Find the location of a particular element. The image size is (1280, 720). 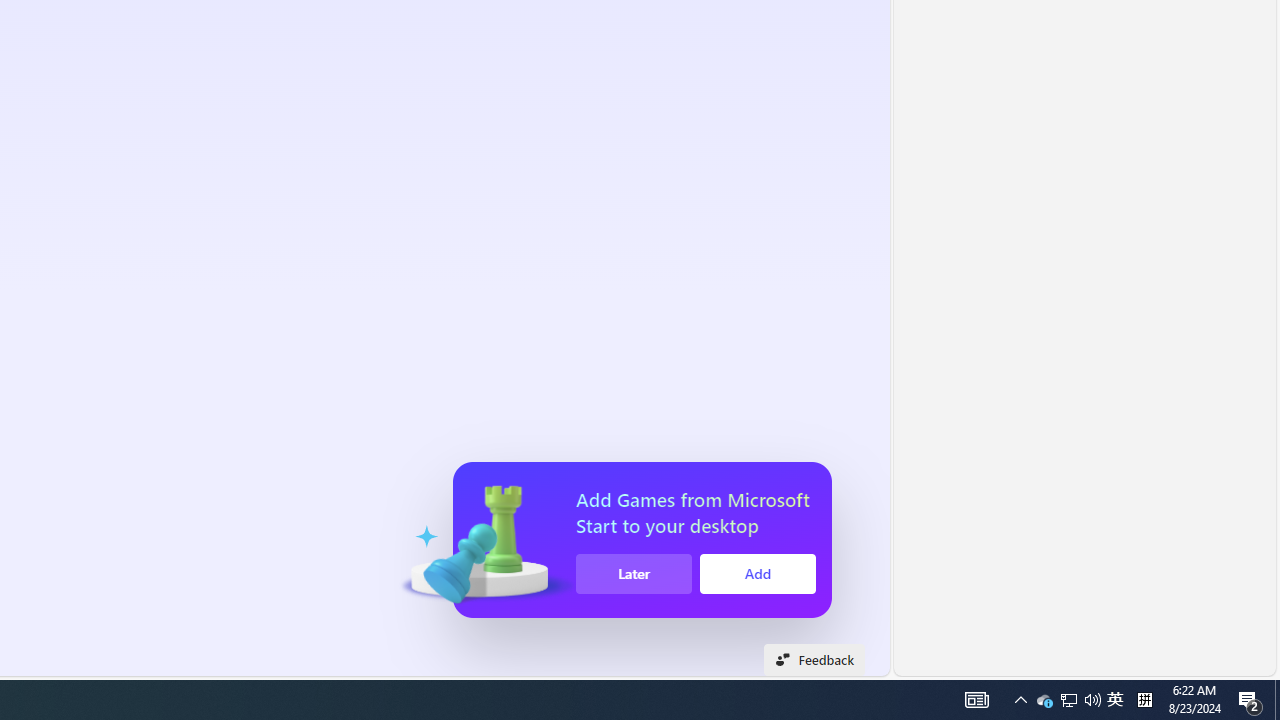

'Add' is located at coordinates (756, 573).